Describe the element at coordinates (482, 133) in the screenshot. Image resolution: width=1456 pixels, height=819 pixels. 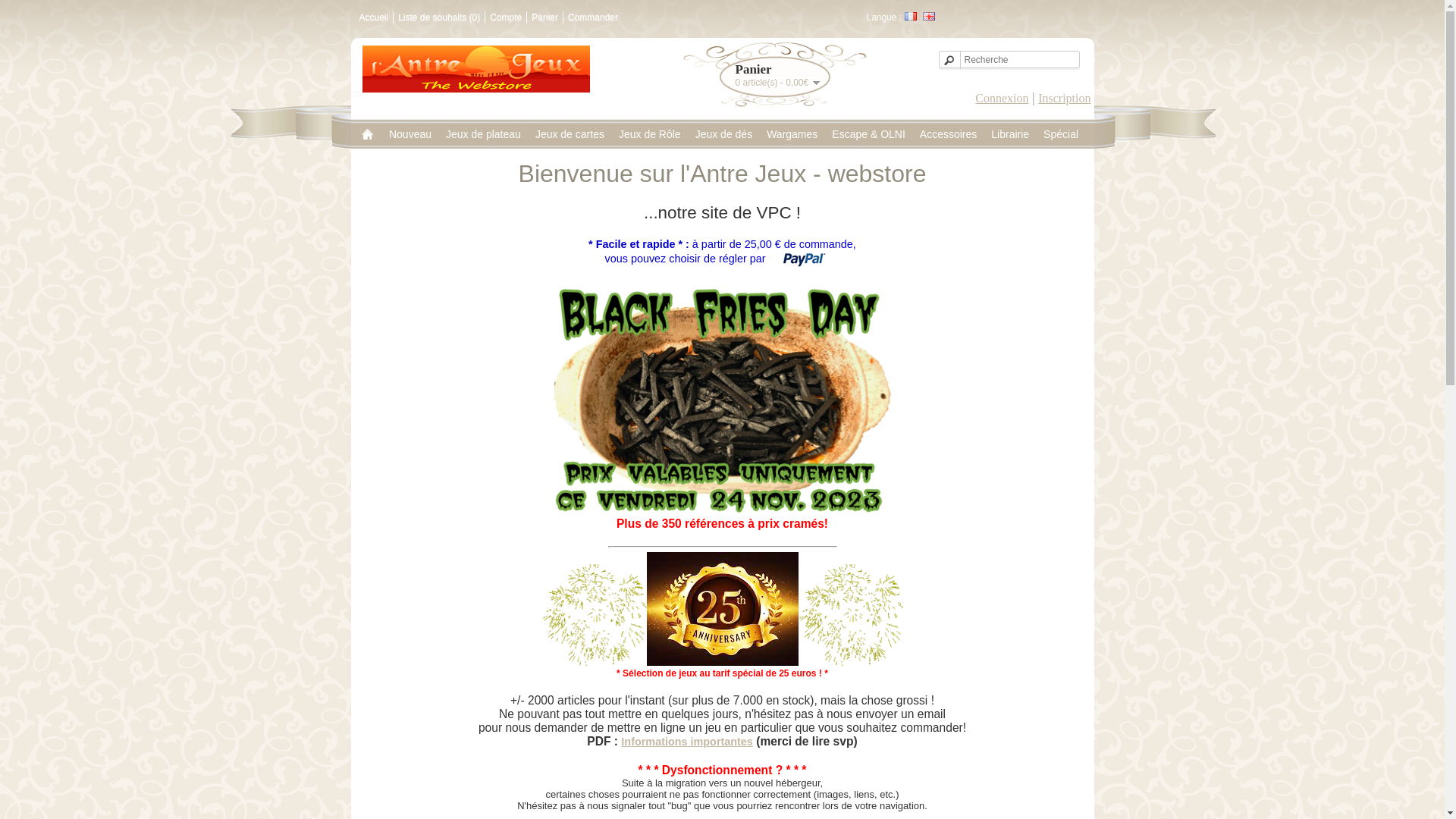
I see `'Jeux de plateau'` at that location.